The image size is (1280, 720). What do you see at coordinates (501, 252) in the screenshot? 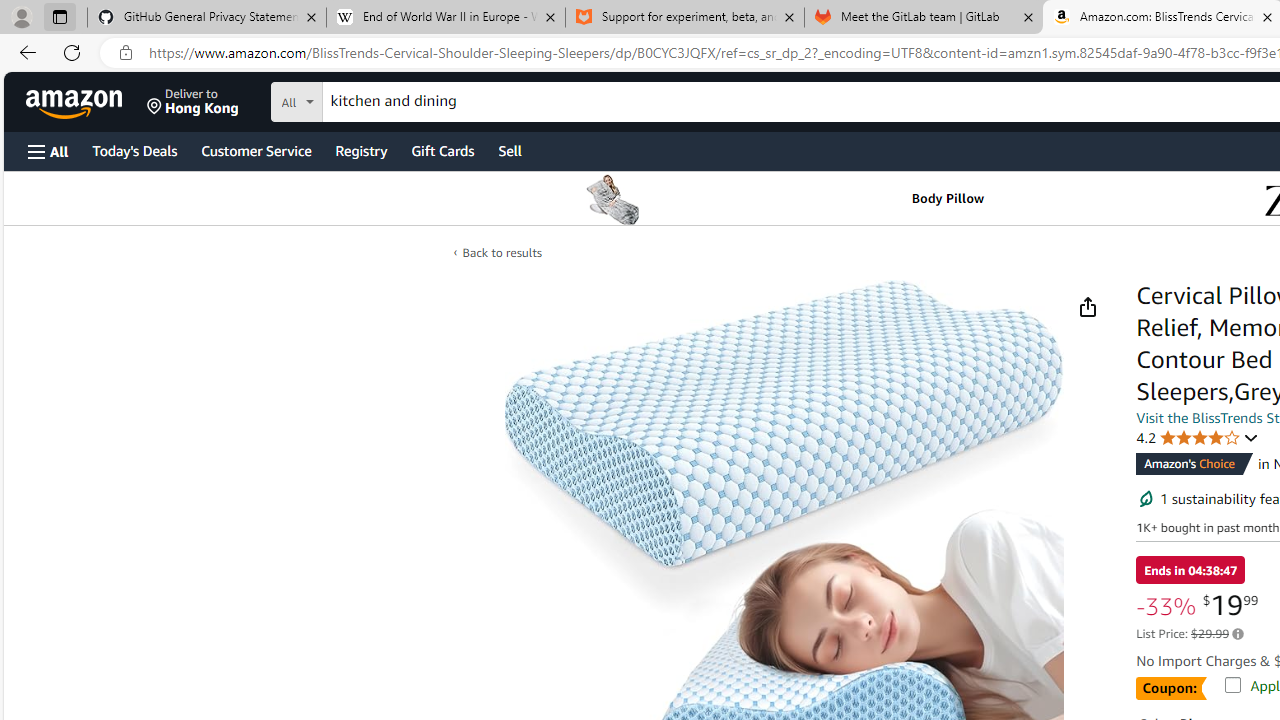
I see `'Back to results'` at bounding box center [501, 252].